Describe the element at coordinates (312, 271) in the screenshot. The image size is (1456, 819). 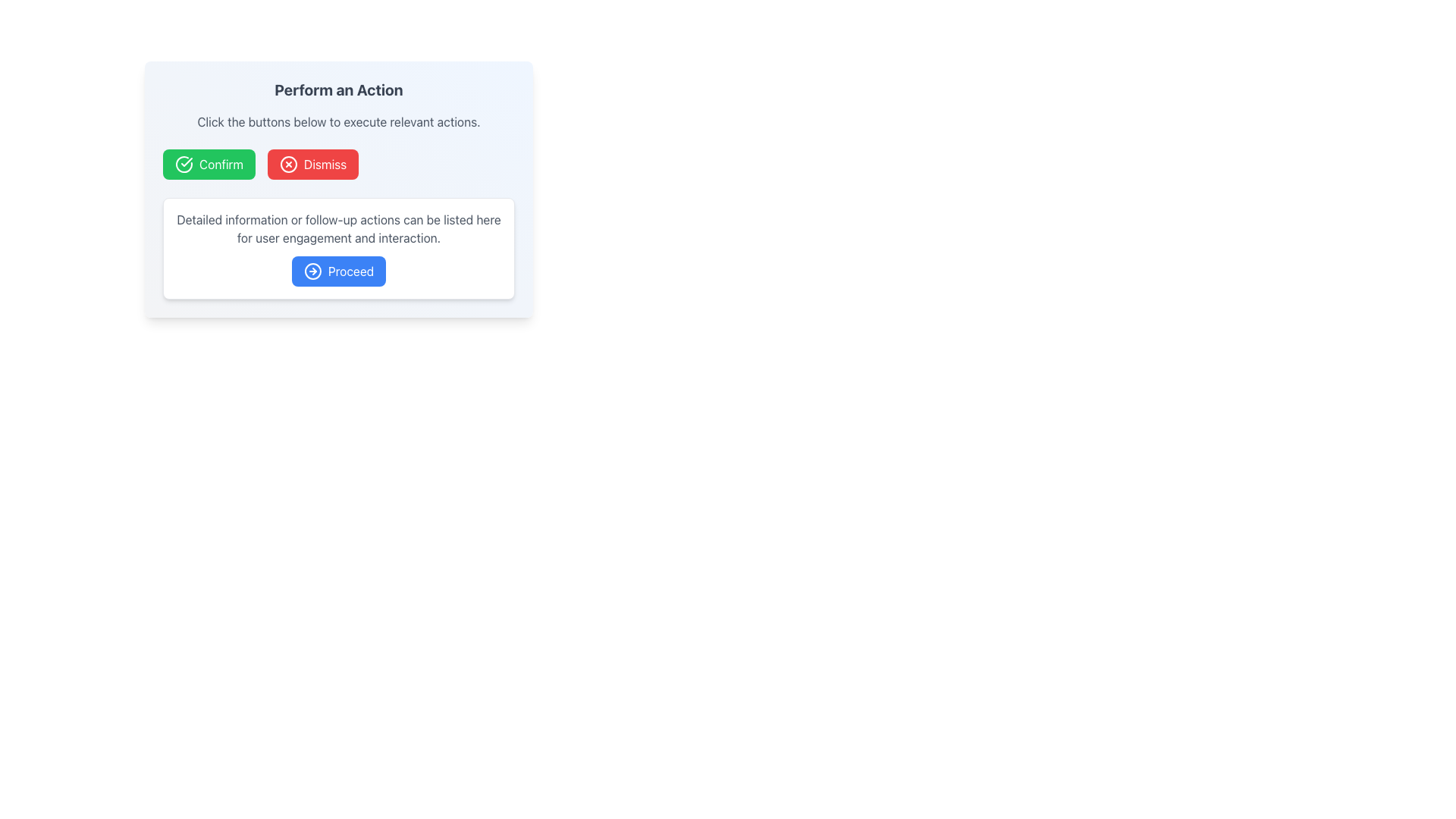
I see `the circle graphic located in the lower-right section of the card-like interface, which is part of a composite icon with an arrow symbol` at that location.